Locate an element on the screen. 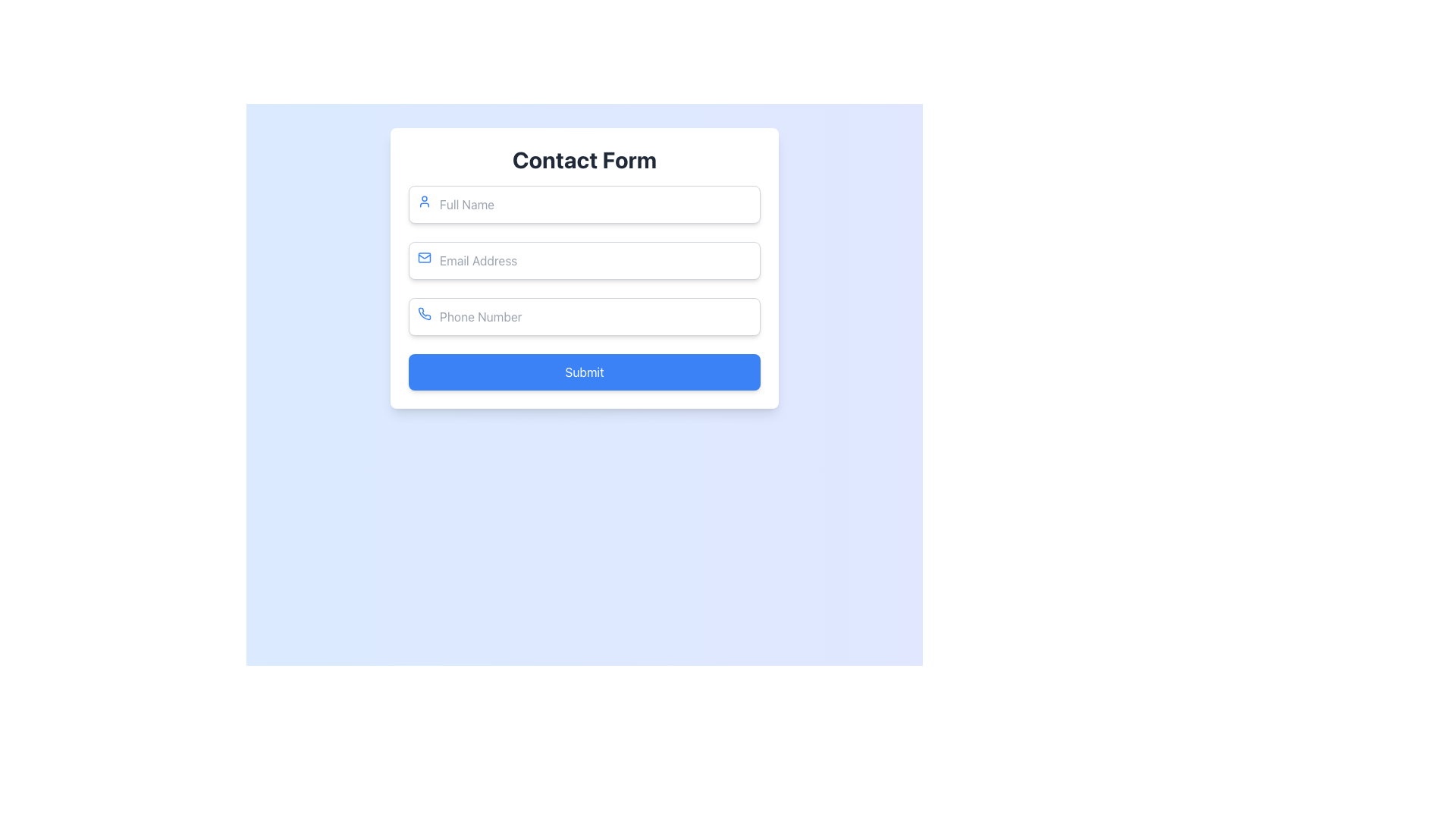 The height and width of the screenshot is (819, 1456). the blue phone receiver icon located near the top-left of the 'Phone Number' input field in the contact form is located at coordinates (425, 312).